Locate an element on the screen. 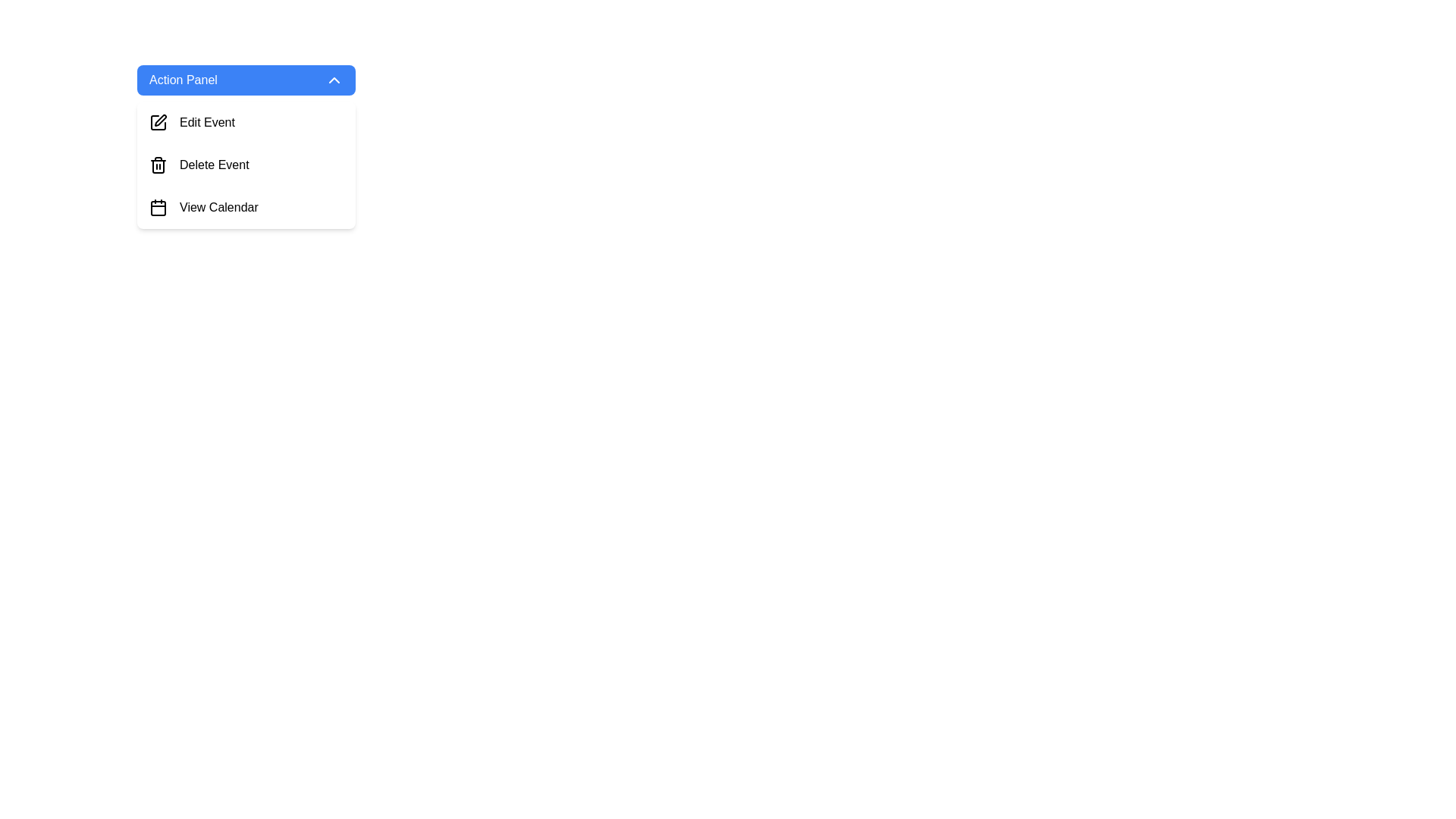 The height and width of the screenshot is (819, 1456). the 'Edit Event' option in the dropdown menu is located at coordinates (246, 165).